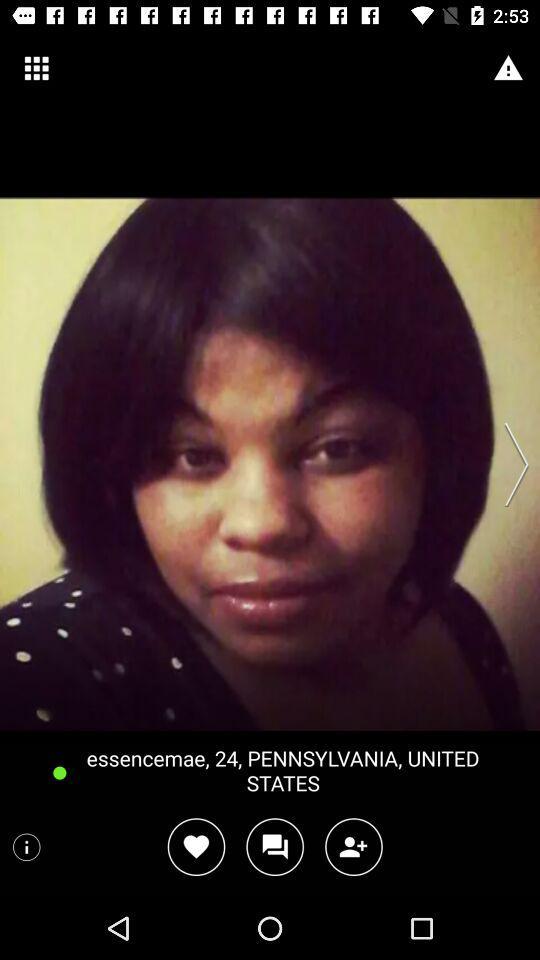 The image size is (540, 960). What do you see at coordinates (274, 846) in the screenshot?
I see `the chat icon` at bounding box center [274, 846].